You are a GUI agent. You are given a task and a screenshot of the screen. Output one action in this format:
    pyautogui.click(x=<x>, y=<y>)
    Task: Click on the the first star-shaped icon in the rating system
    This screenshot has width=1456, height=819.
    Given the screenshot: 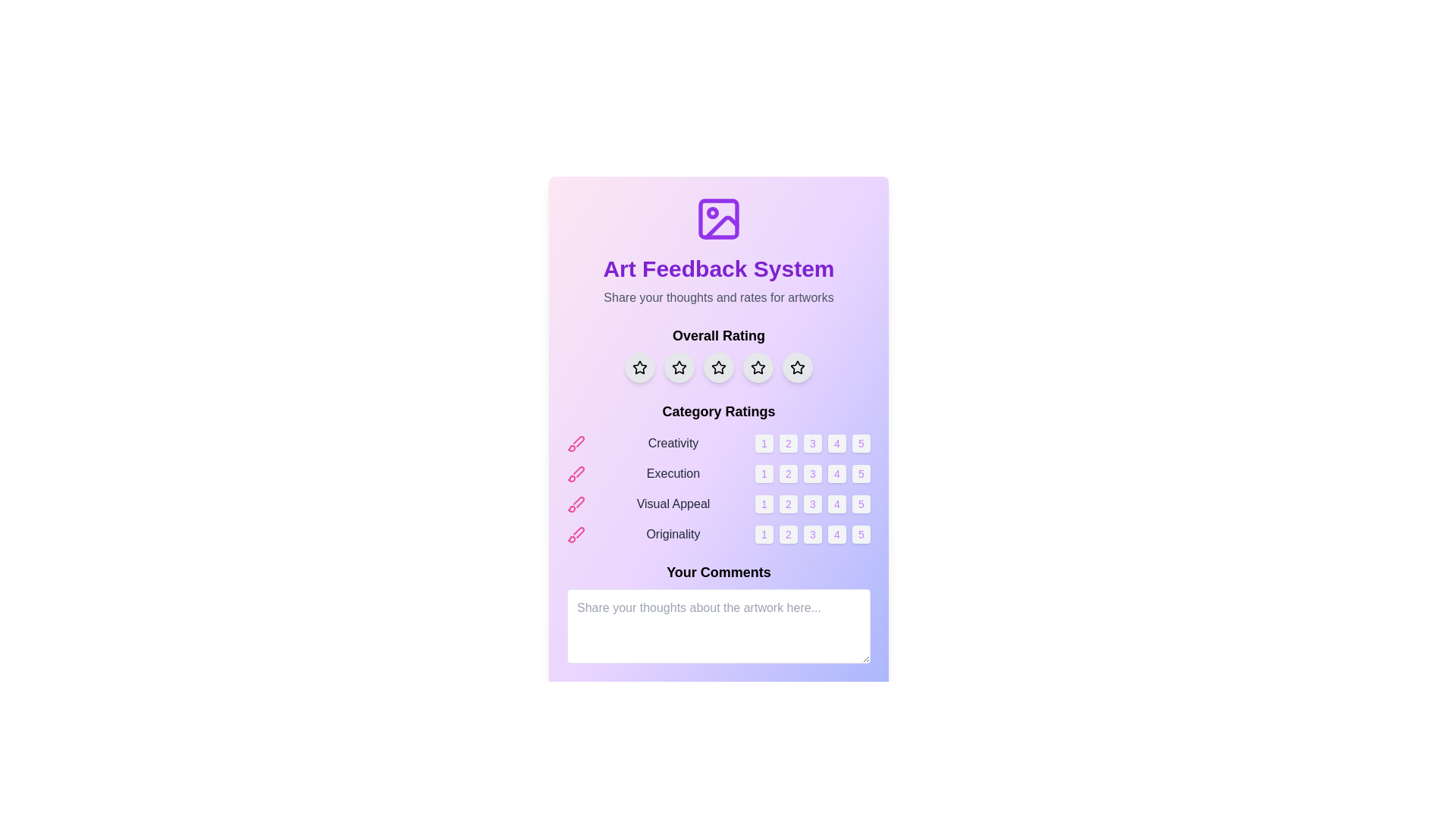 What is the action you would take?
    pyautogui.click(x=640, y=367)
    